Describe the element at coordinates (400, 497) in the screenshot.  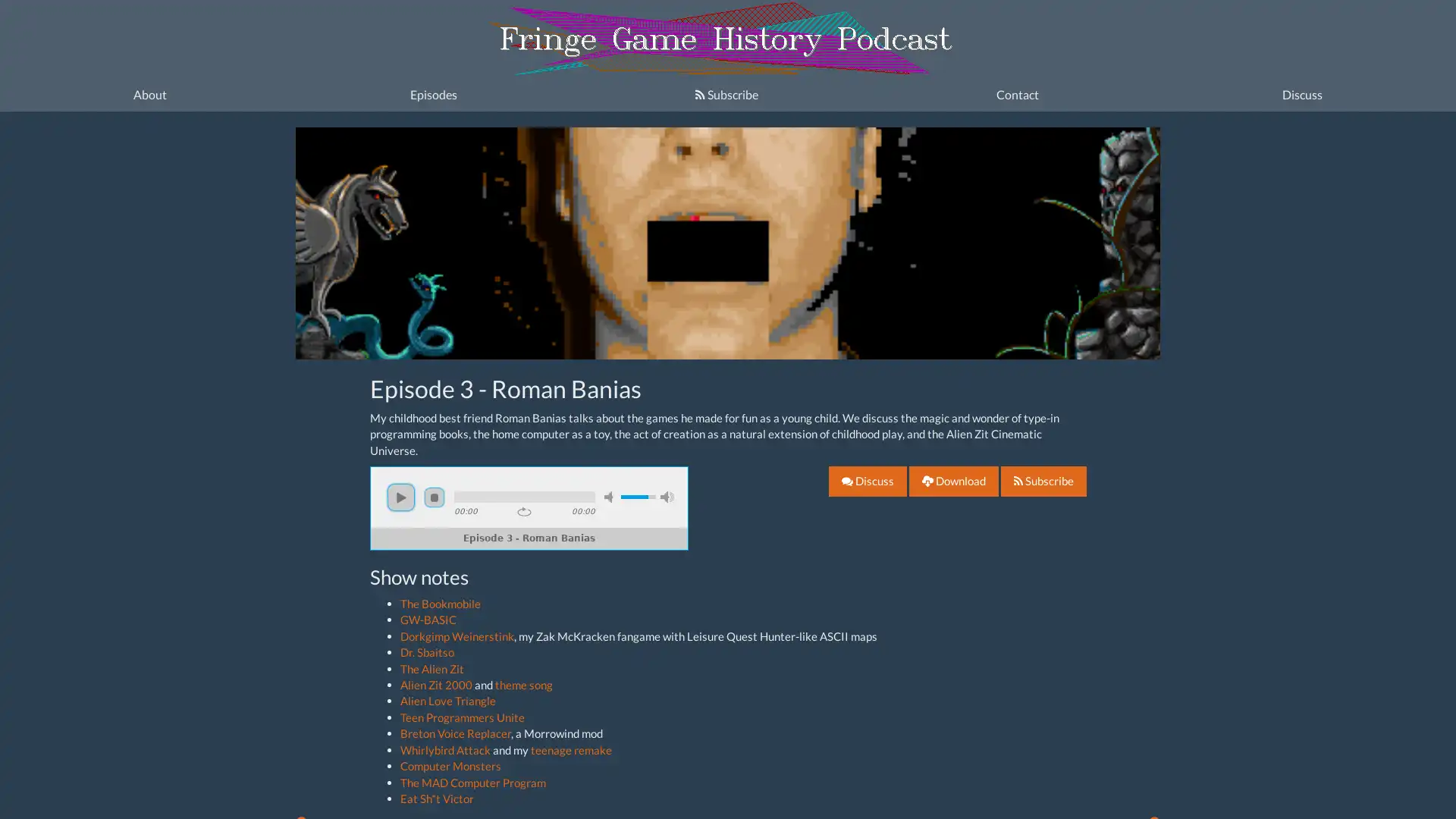
I see `play` at that location.